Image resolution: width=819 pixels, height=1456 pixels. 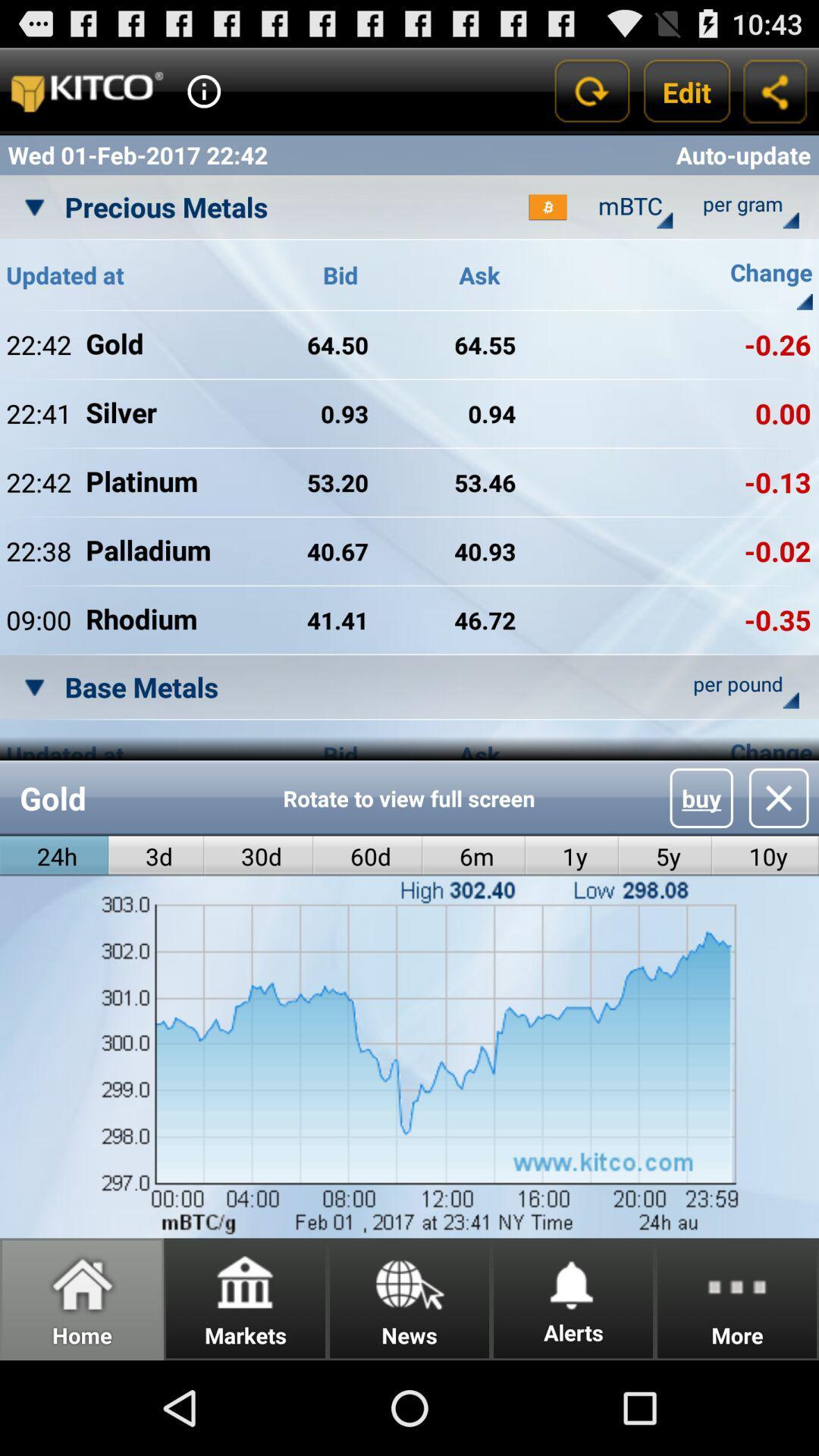 What do you see at coordinates (701, 797) in the screenshot?
I see `icon to the right of 1y` at bounding box center [701, 797].